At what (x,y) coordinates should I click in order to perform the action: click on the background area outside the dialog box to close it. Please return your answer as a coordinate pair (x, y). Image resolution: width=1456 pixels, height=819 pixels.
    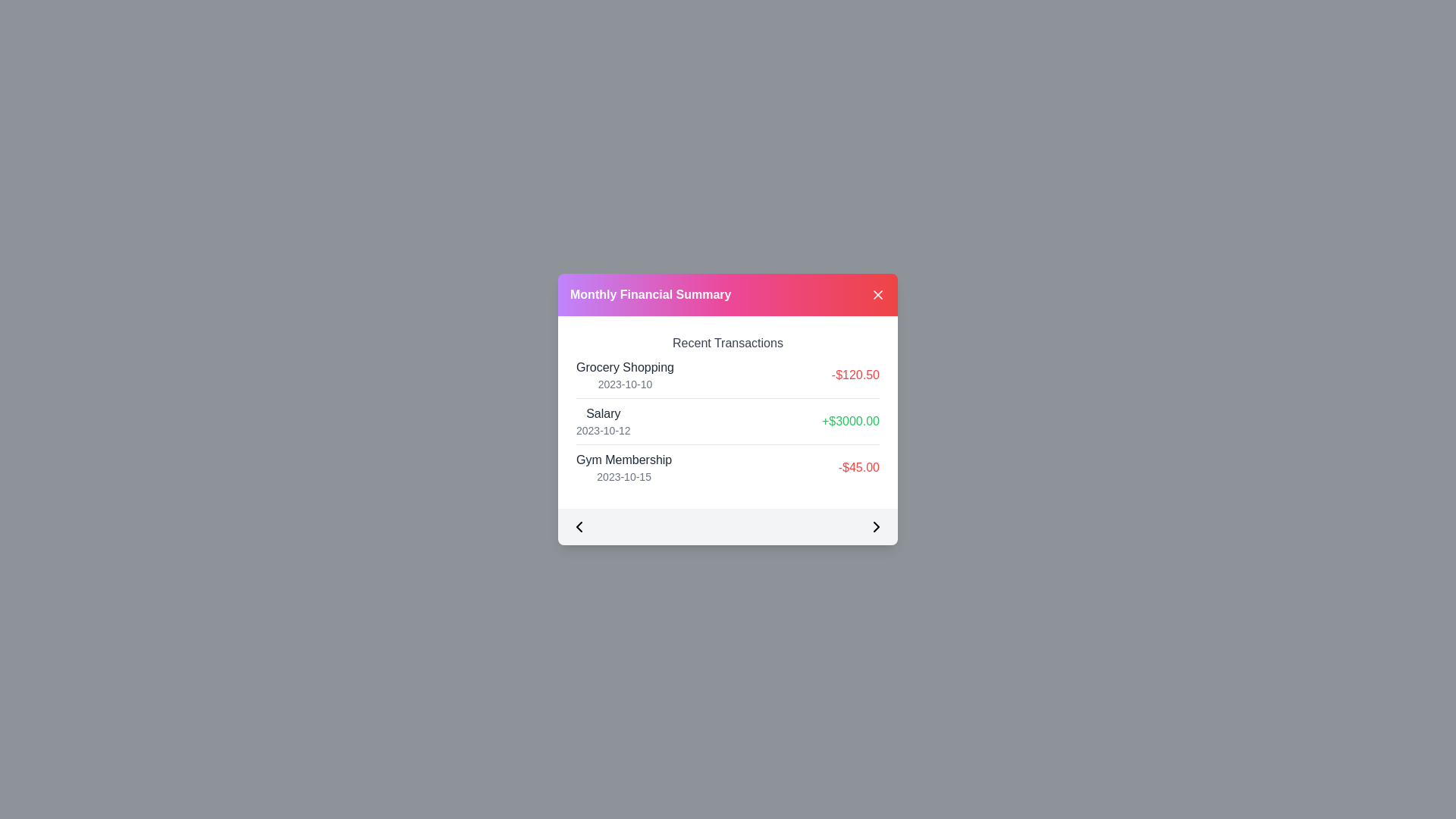
    Looking at the image, I should click on (75, 76).